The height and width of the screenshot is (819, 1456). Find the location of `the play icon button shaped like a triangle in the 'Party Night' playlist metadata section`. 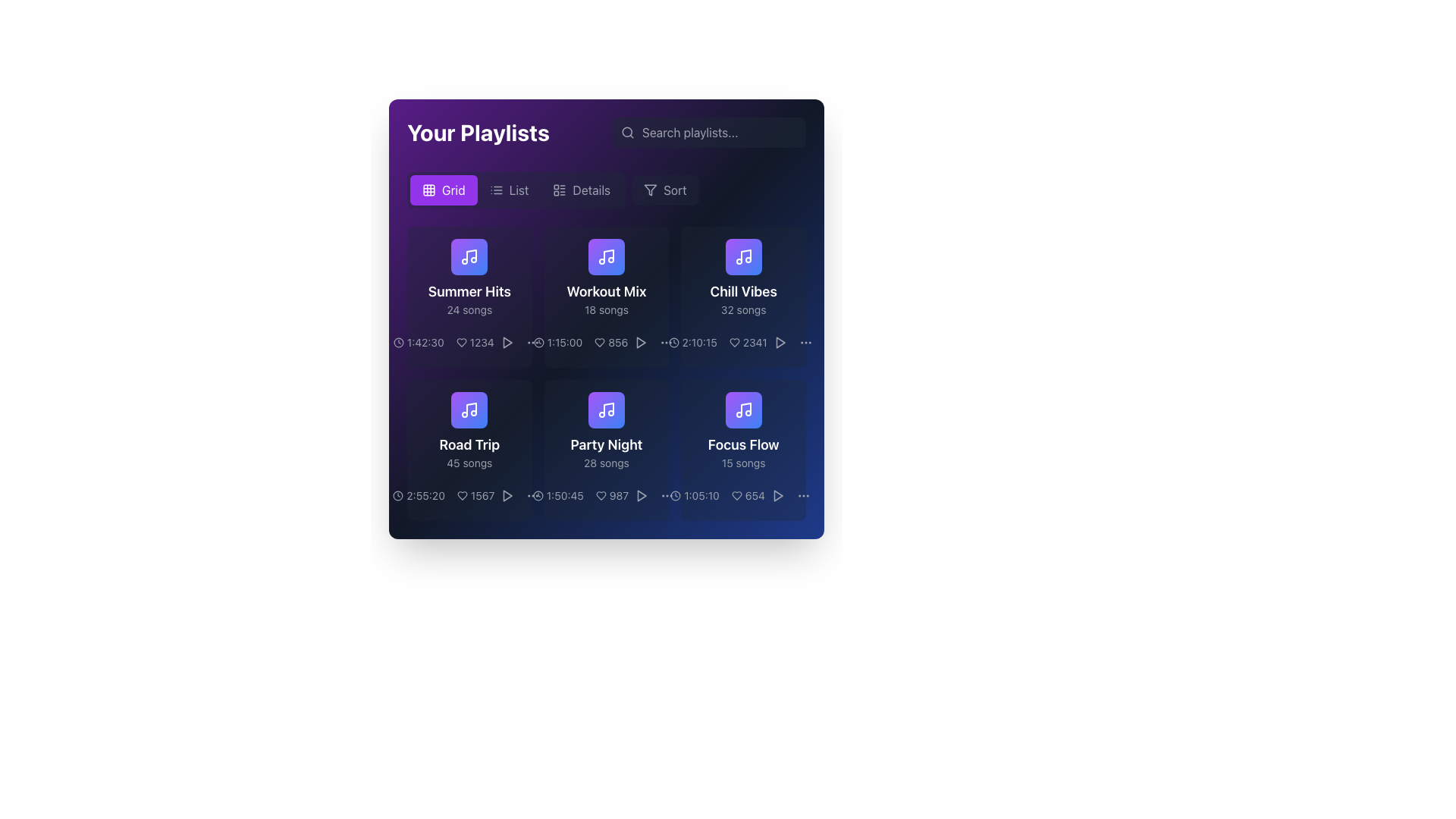

the play icon button shaped like a triangle in the 'Party Night' playlist metadata section is located at coordinates (642, 496).